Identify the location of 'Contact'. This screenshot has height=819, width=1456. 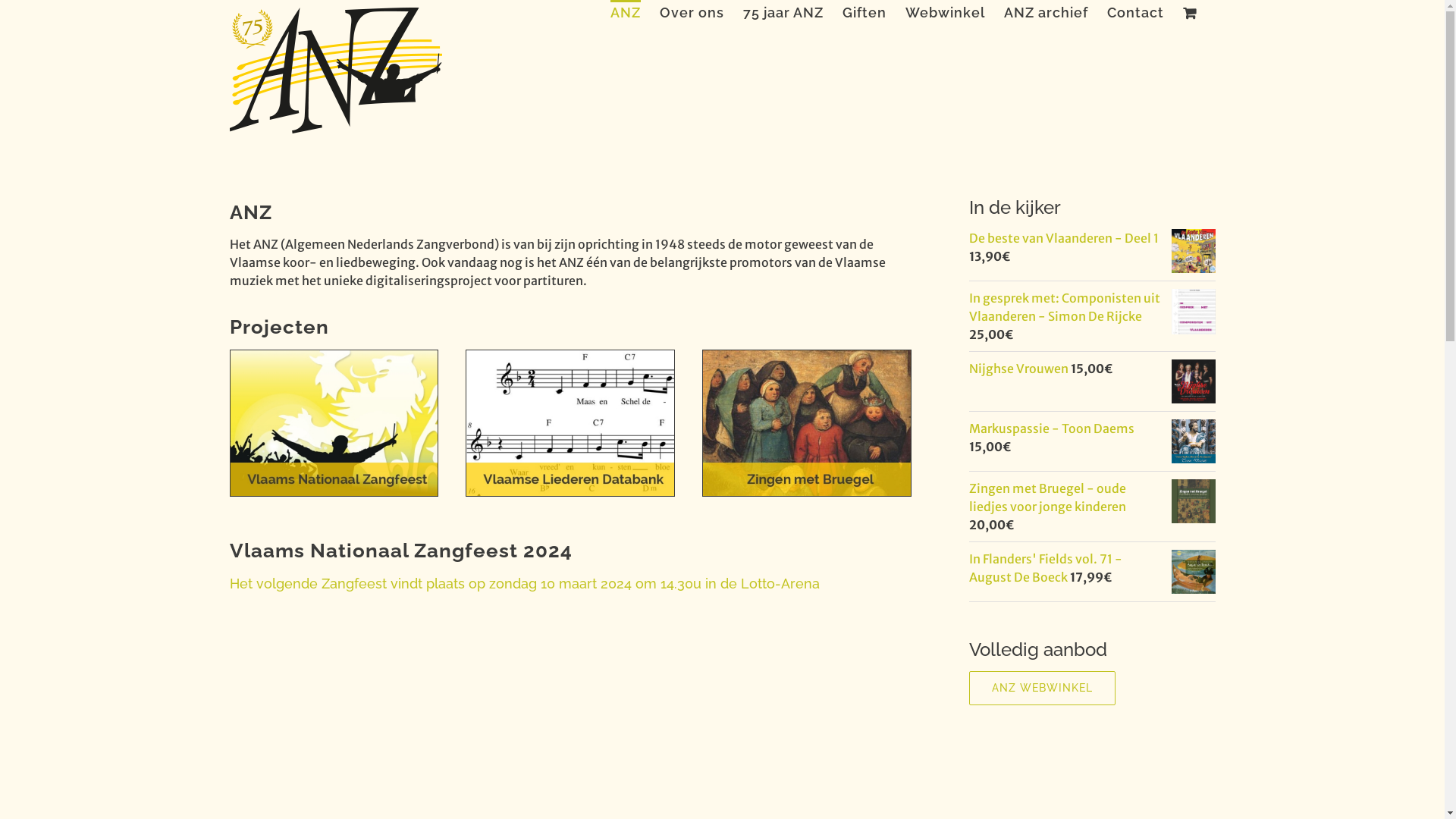
(1135, 11).